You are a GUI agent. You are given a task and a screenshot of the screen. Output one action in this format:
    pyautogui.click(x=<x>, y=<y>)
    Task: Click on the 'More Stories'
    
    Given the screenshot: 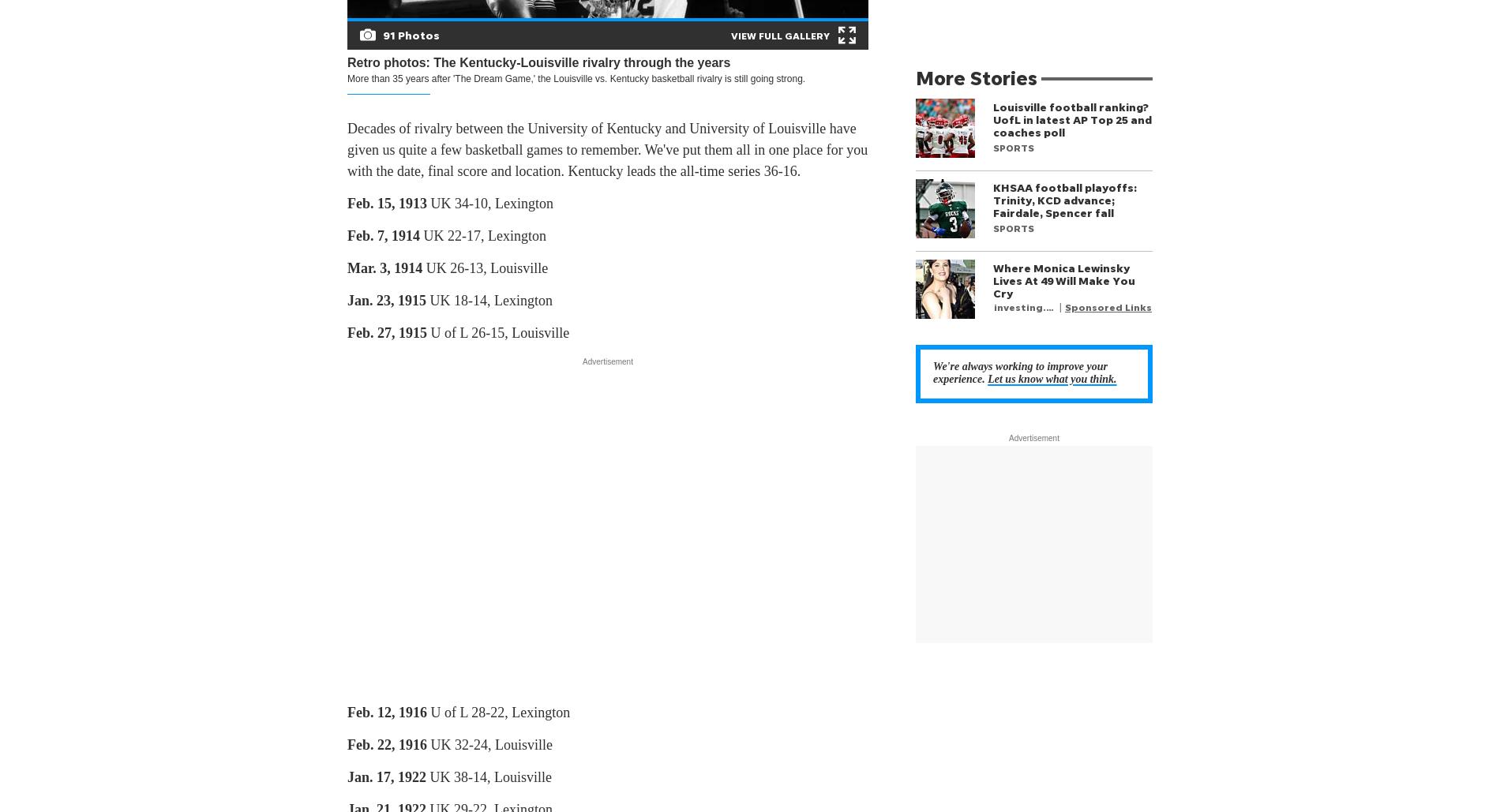 What is the action you would take?
    pyautogui.click(x=915, y=77)
    